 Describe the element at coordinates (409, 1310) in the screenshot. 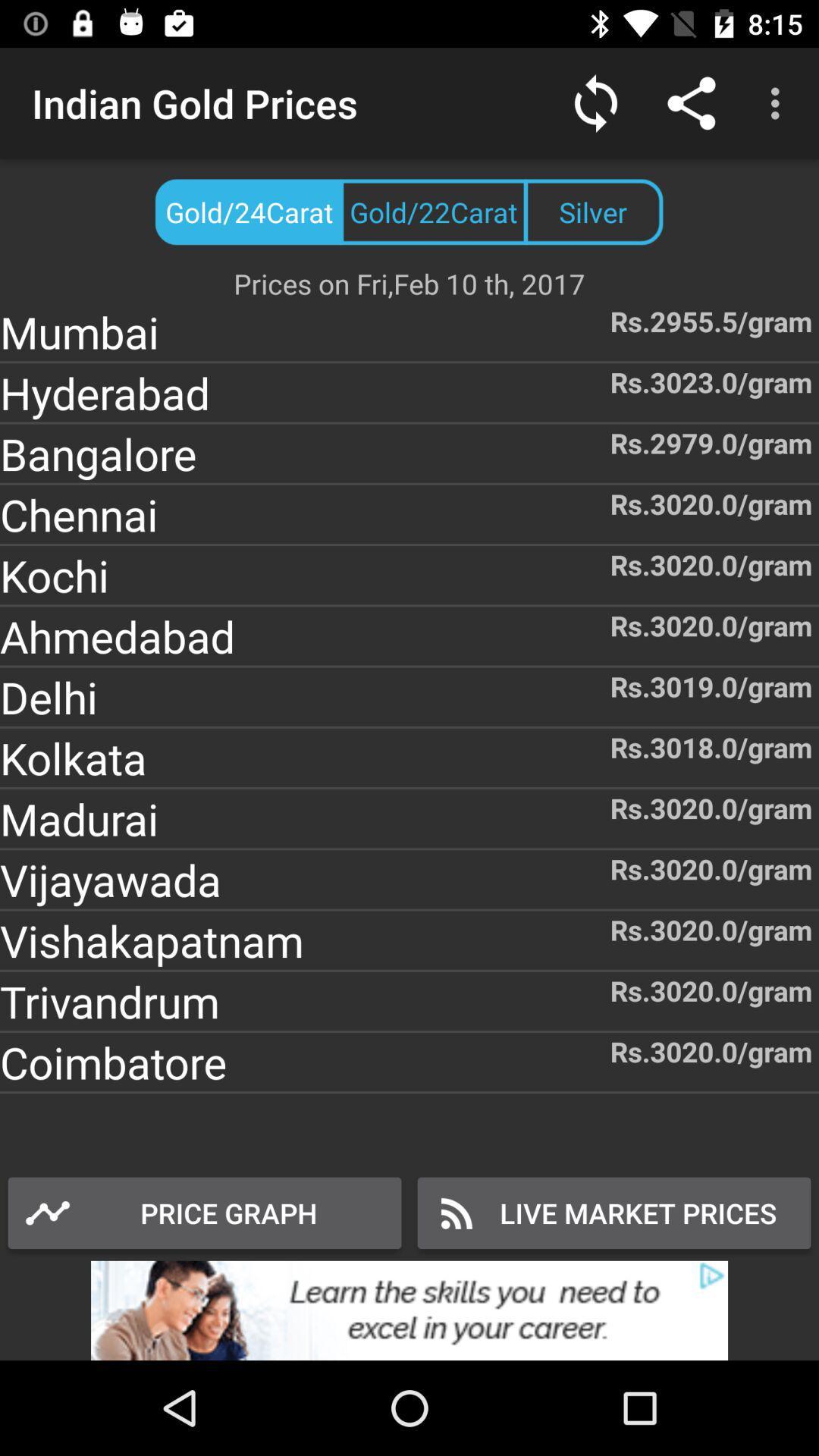

I see `advertisement page` at that location.